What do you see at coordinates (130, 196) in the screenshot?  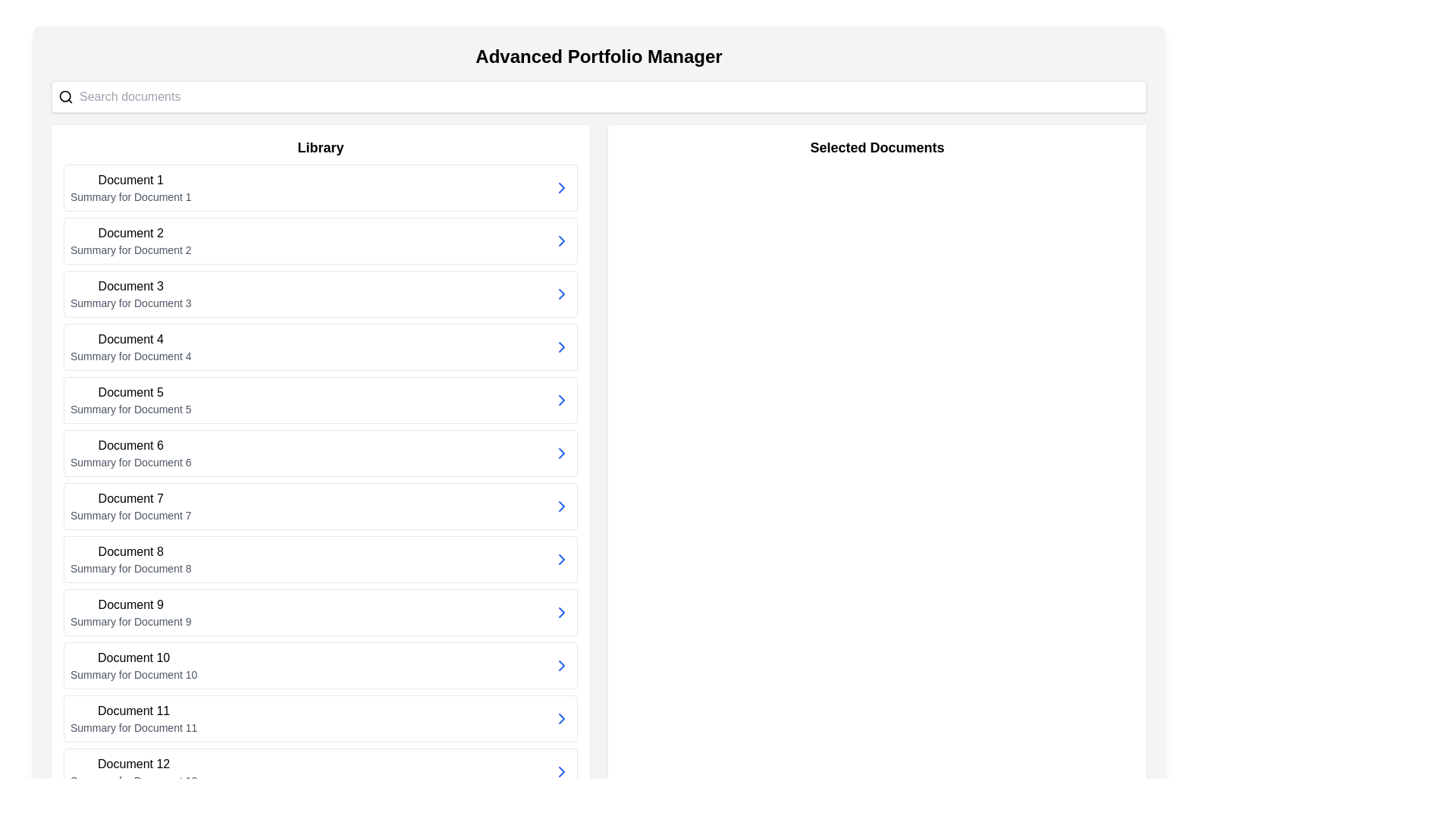 I see `the Text Label displaying 'Summary for Document 1', which is located directly below the title 'Document 1' in the 'Library' section of the application` at bounding box center [130, 196].